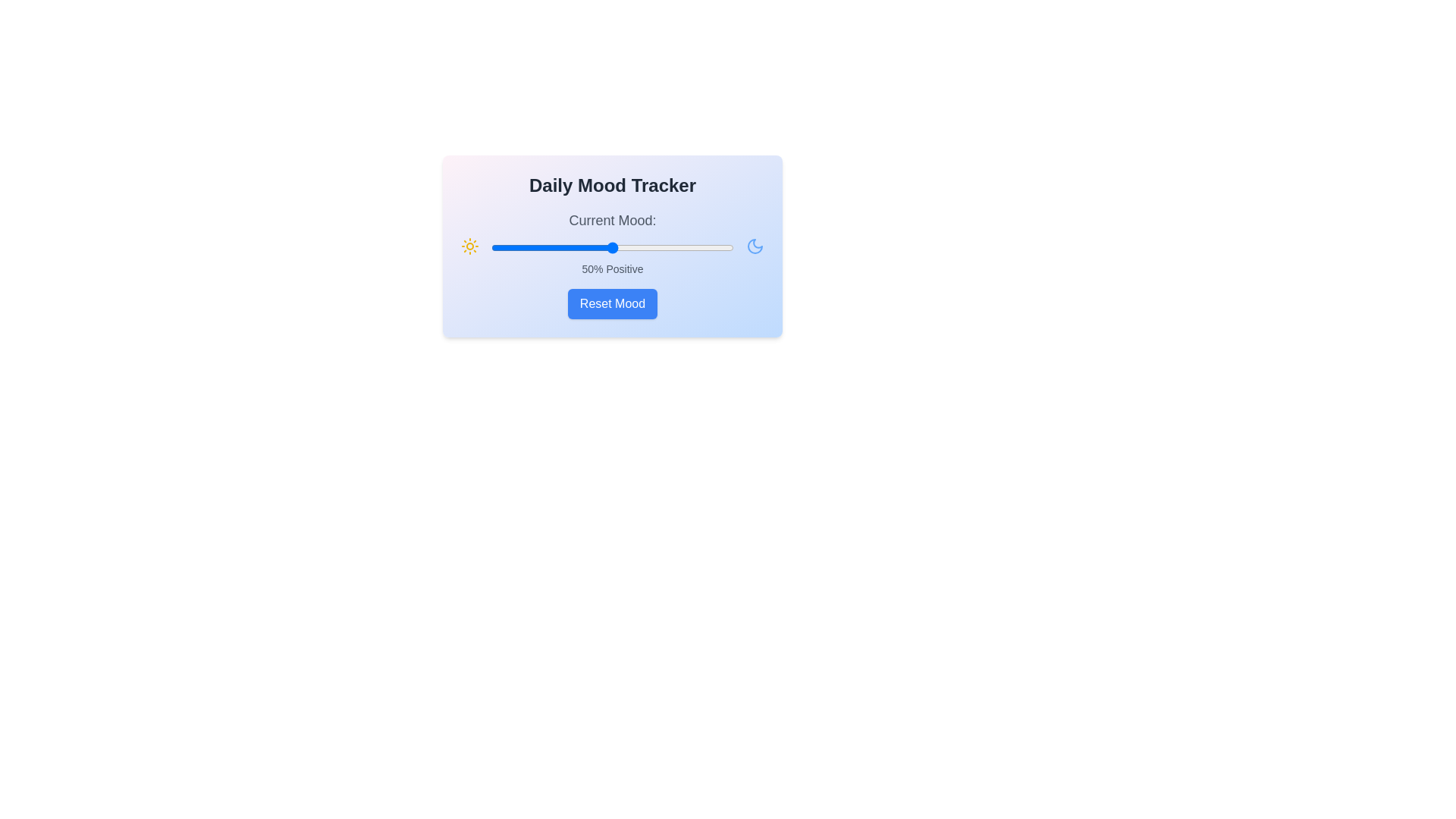 The image size is (1456, 819). What do you see at coordinates (496, 247) in the screenshot?
I see `mood rating` at bounding box center [496, 247].